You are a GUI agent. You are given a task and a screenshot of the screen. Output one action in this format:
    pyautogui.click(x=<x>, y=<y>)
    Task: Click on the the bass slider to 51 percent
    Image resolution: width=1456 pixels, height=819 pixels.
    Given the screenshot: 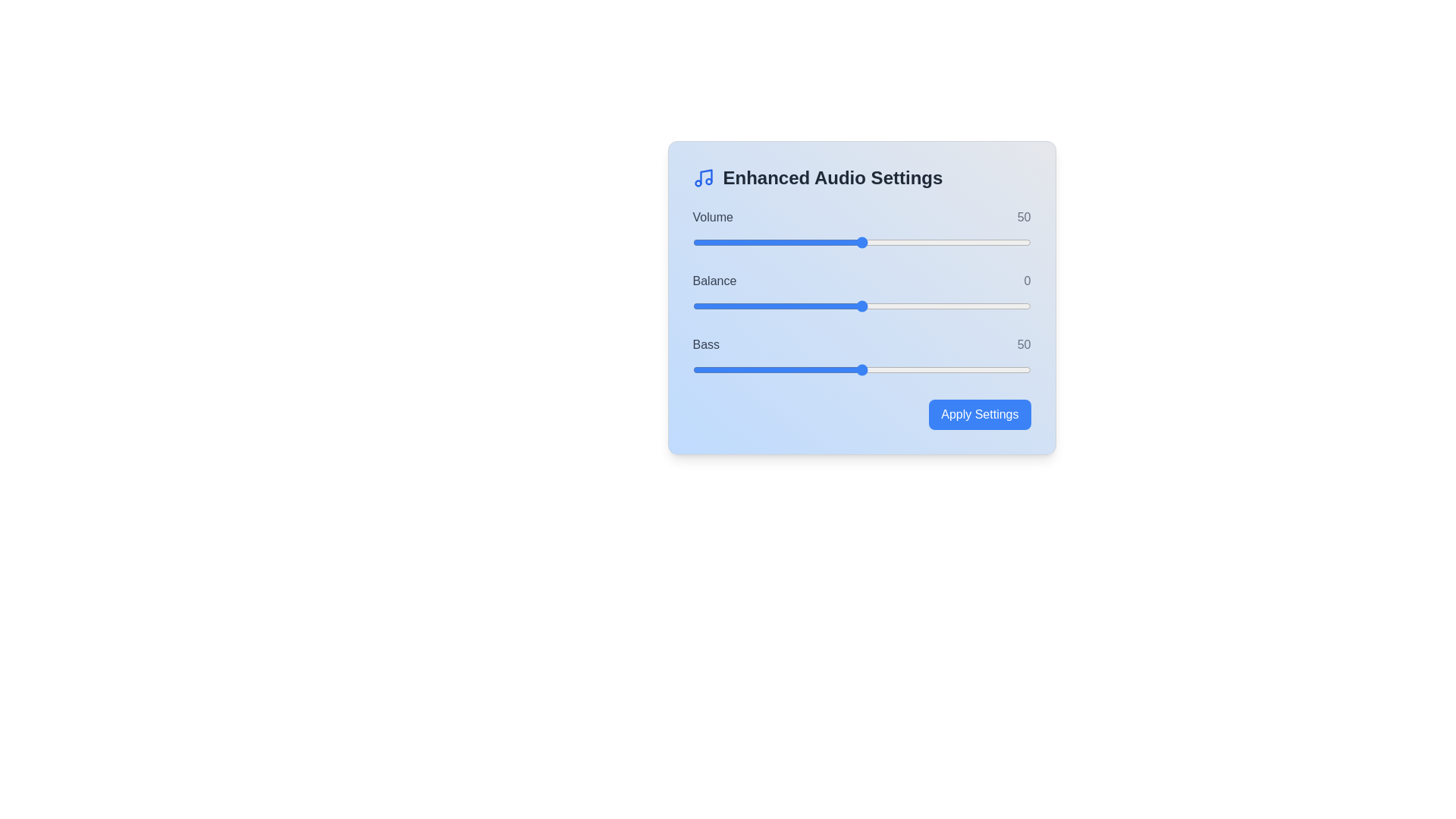 What is the action you would take?
    pyautogui.click(x=865, y=370)
    